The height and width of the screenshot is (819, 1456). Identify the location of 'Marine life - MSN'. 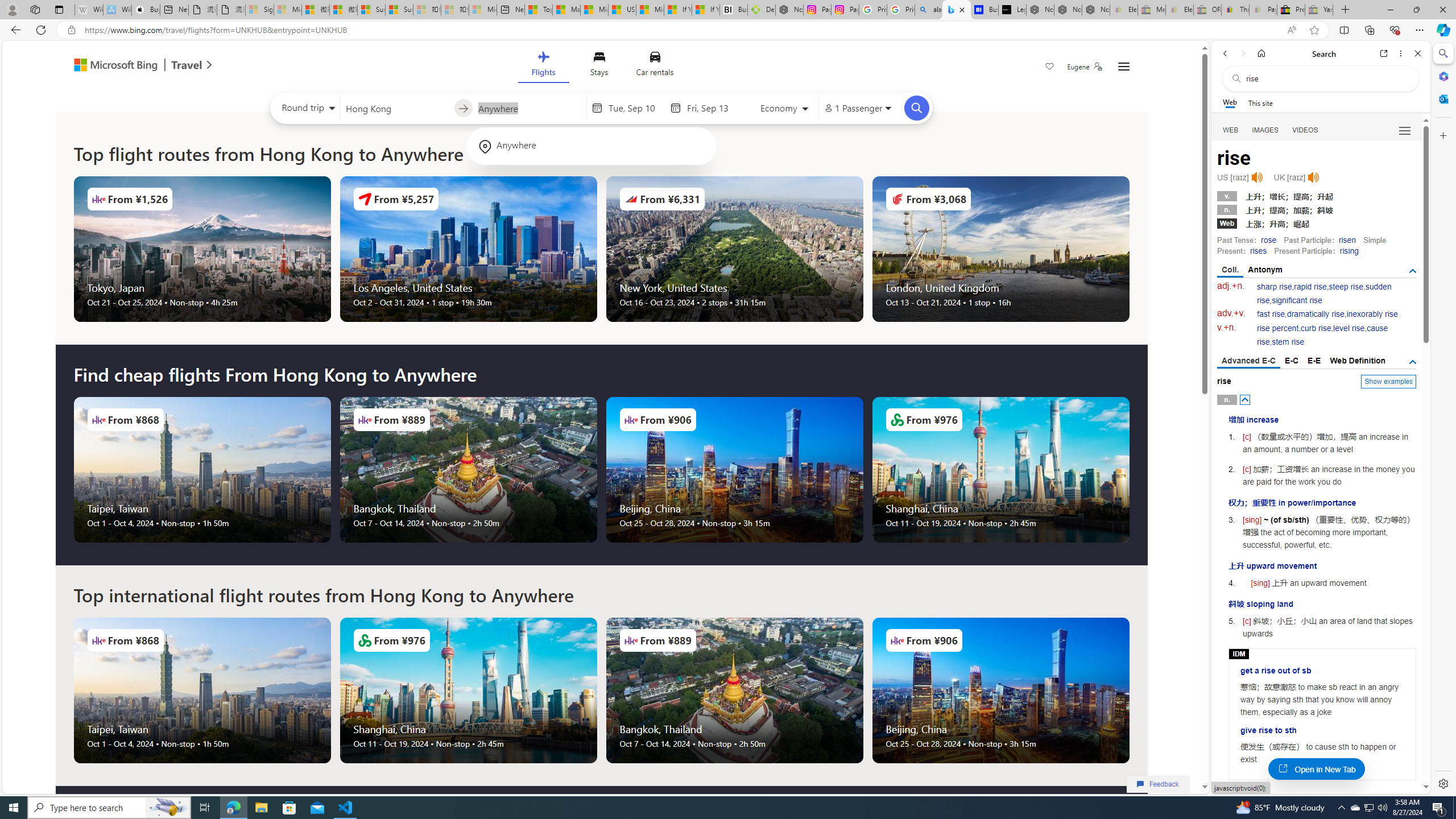
(565, 9).